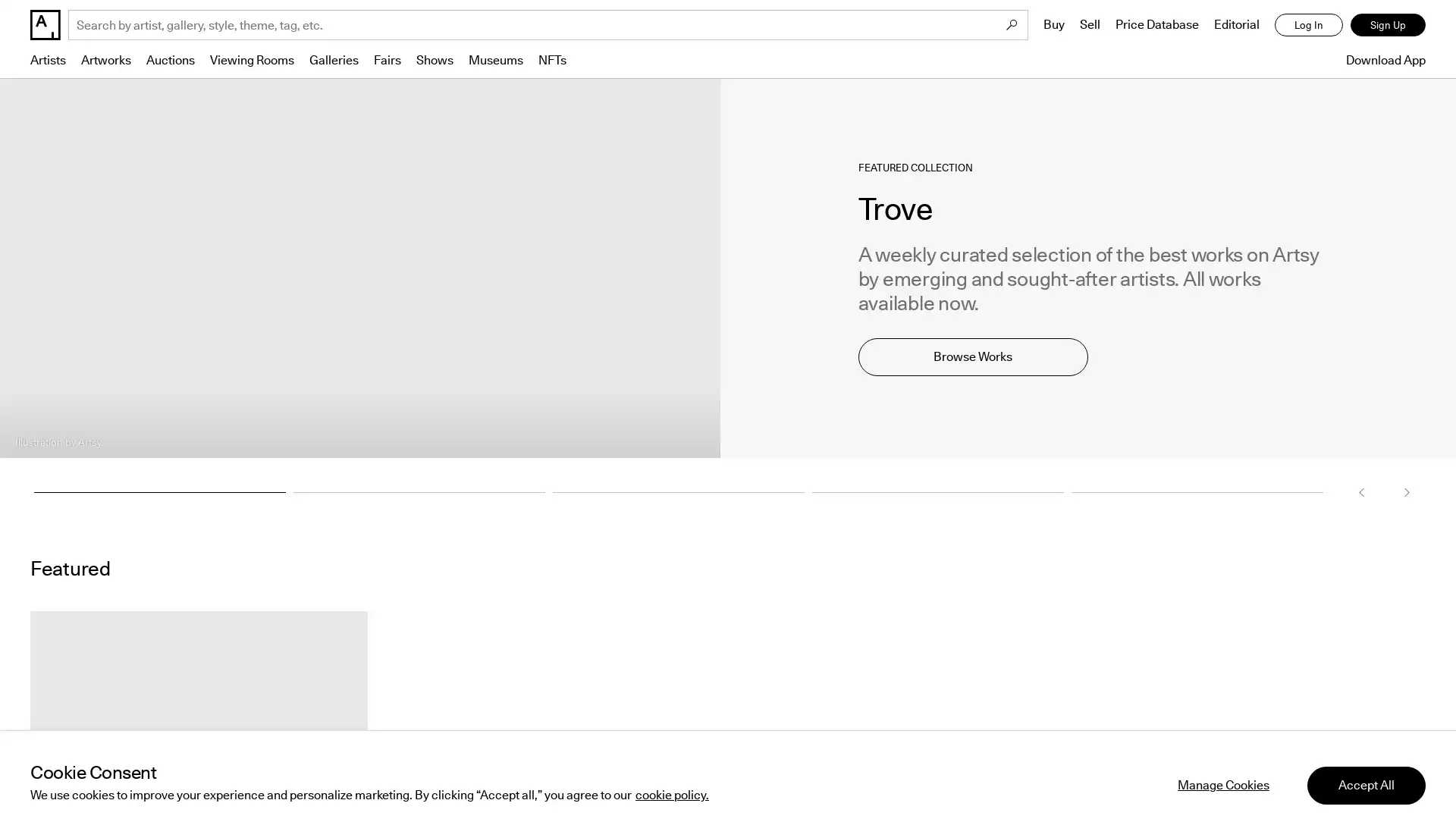 Image resolution: width=1456 pixels, height=819 pixels. I want to click on Navigate left, so click(1361, 491).